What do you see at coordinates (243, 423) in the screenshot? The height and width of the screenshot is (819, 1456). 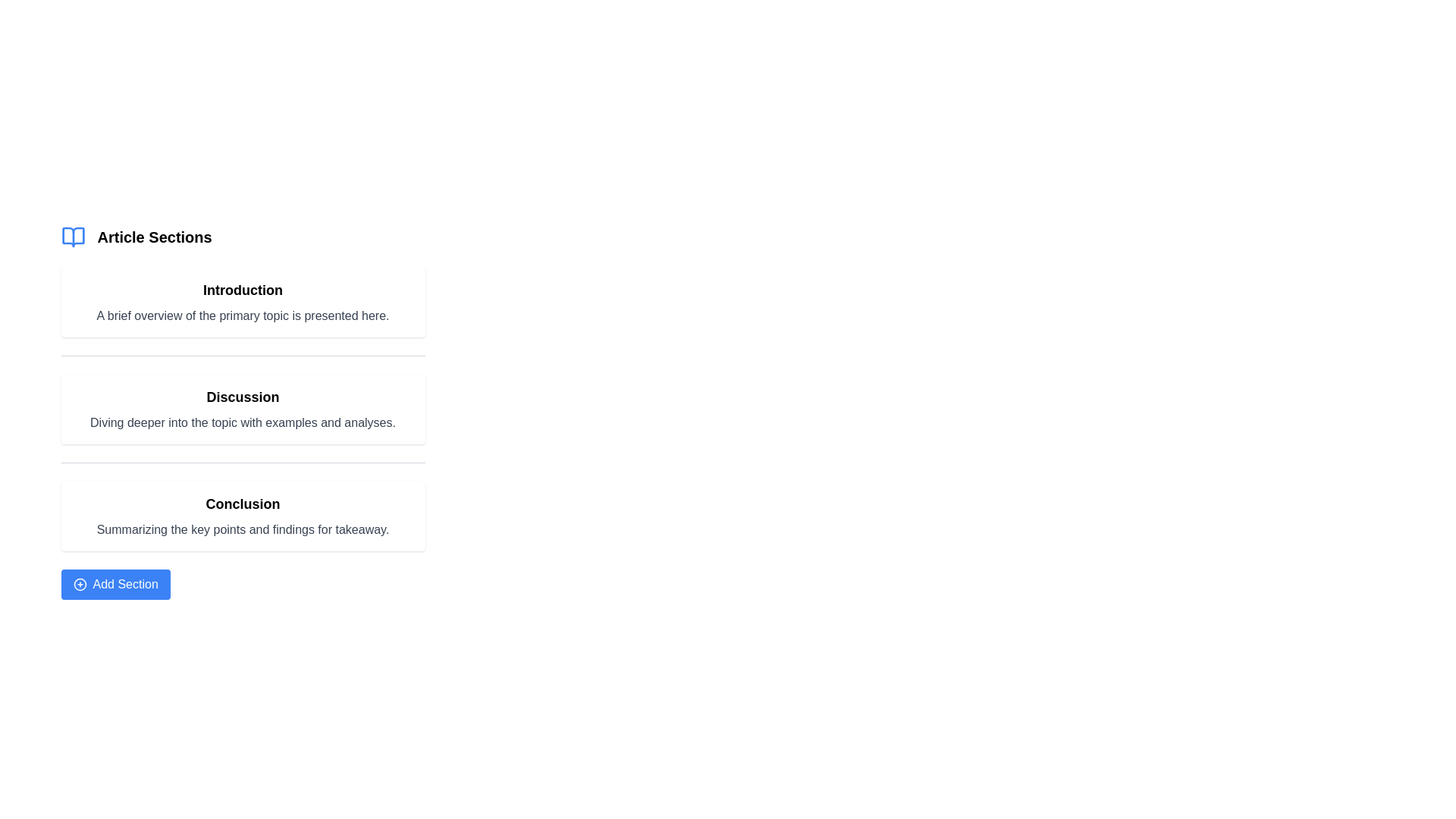 I see `text paragraph styled in gray located beneath the bold title 'Discussion', which contains the content 'Diving deeper into the topic with examples and analyses.'` at bounding box center [243, 423].